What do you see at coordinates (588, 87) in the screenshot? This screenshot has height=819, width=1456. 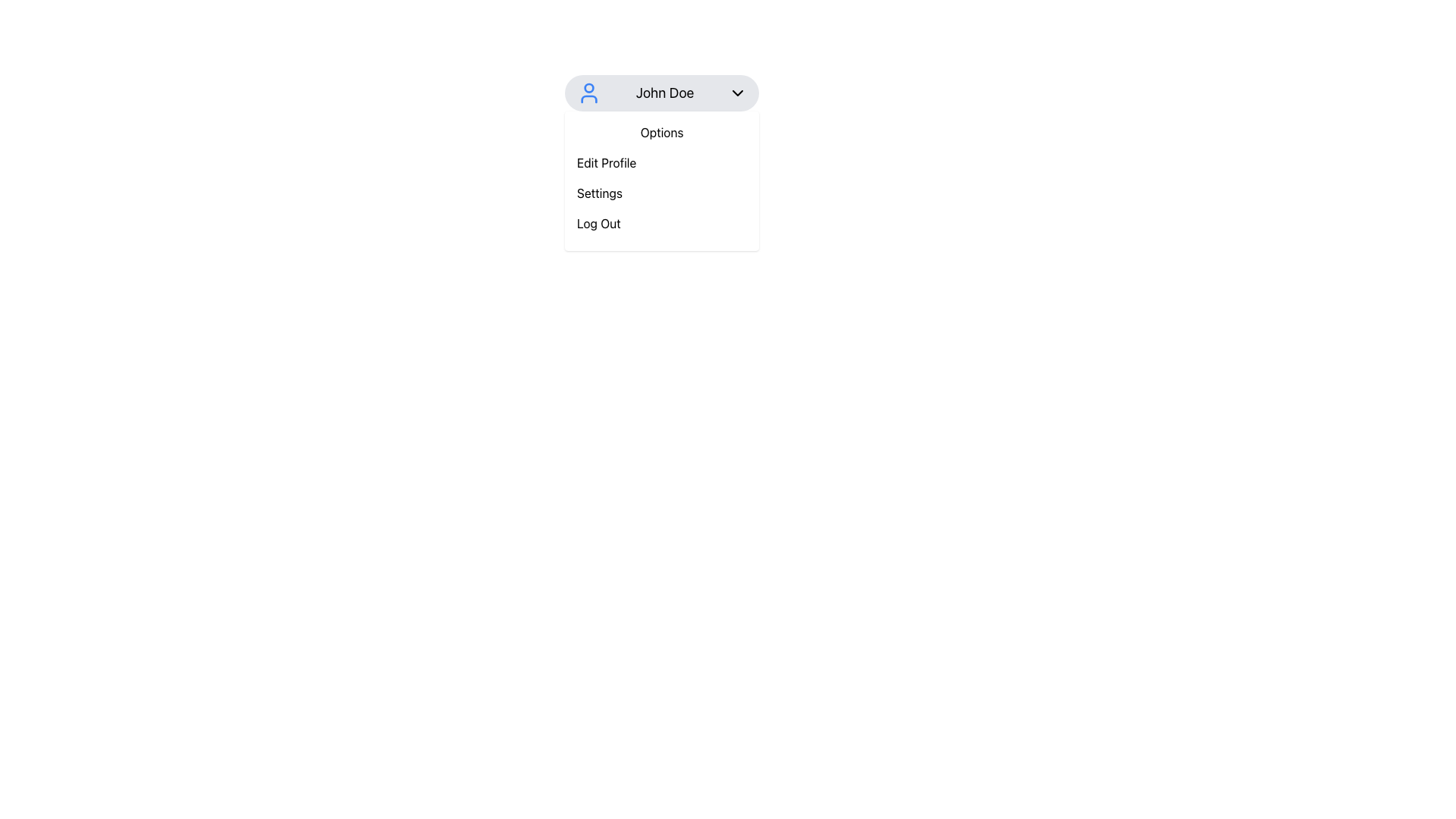 I see `the circular graphical element within the SVG that enhances visual communication in the profile dropdown` at bounding box center [588, 87].